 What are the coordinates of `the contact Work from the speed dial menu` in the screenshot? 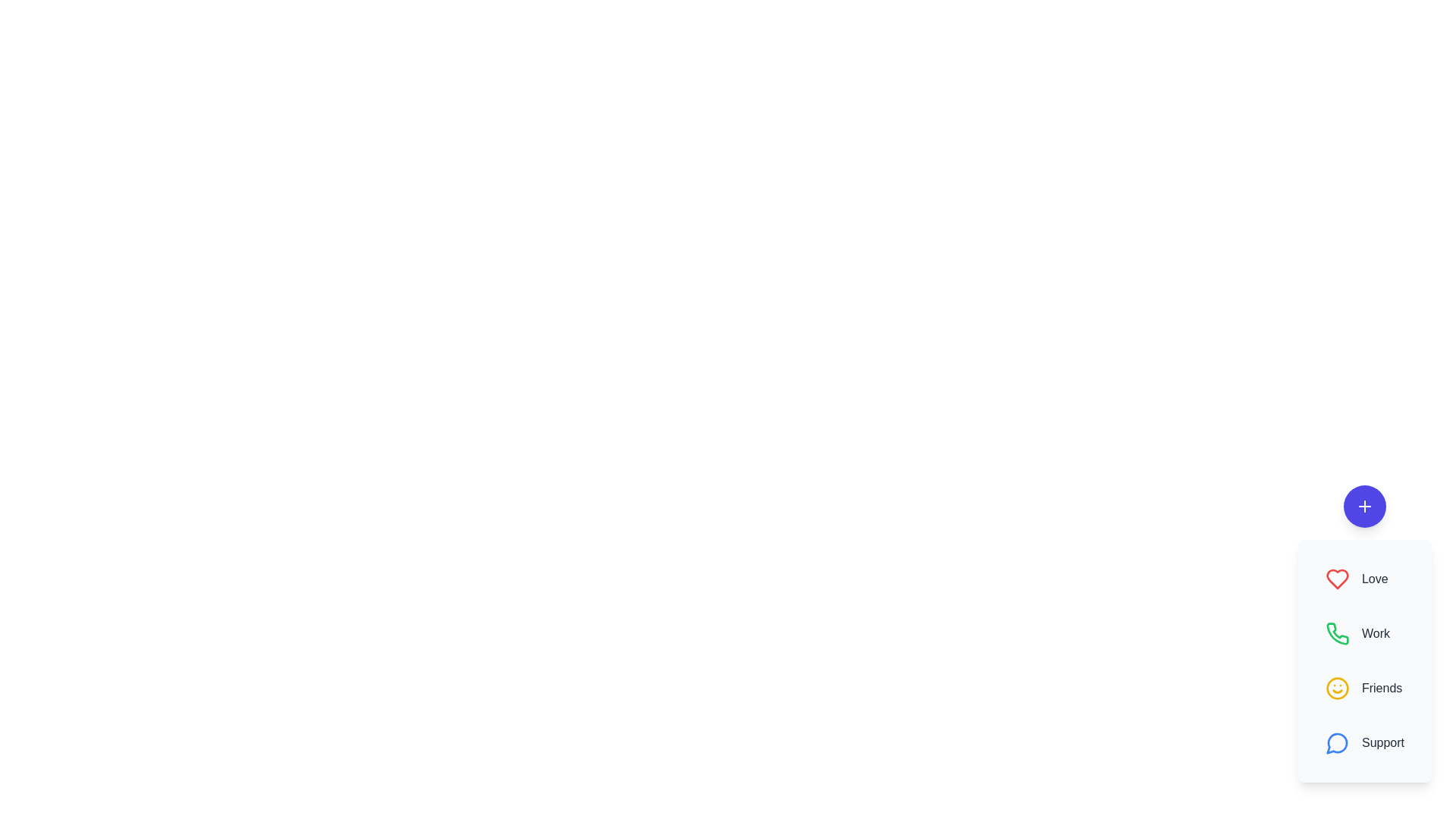 It's located at (1365, 634).